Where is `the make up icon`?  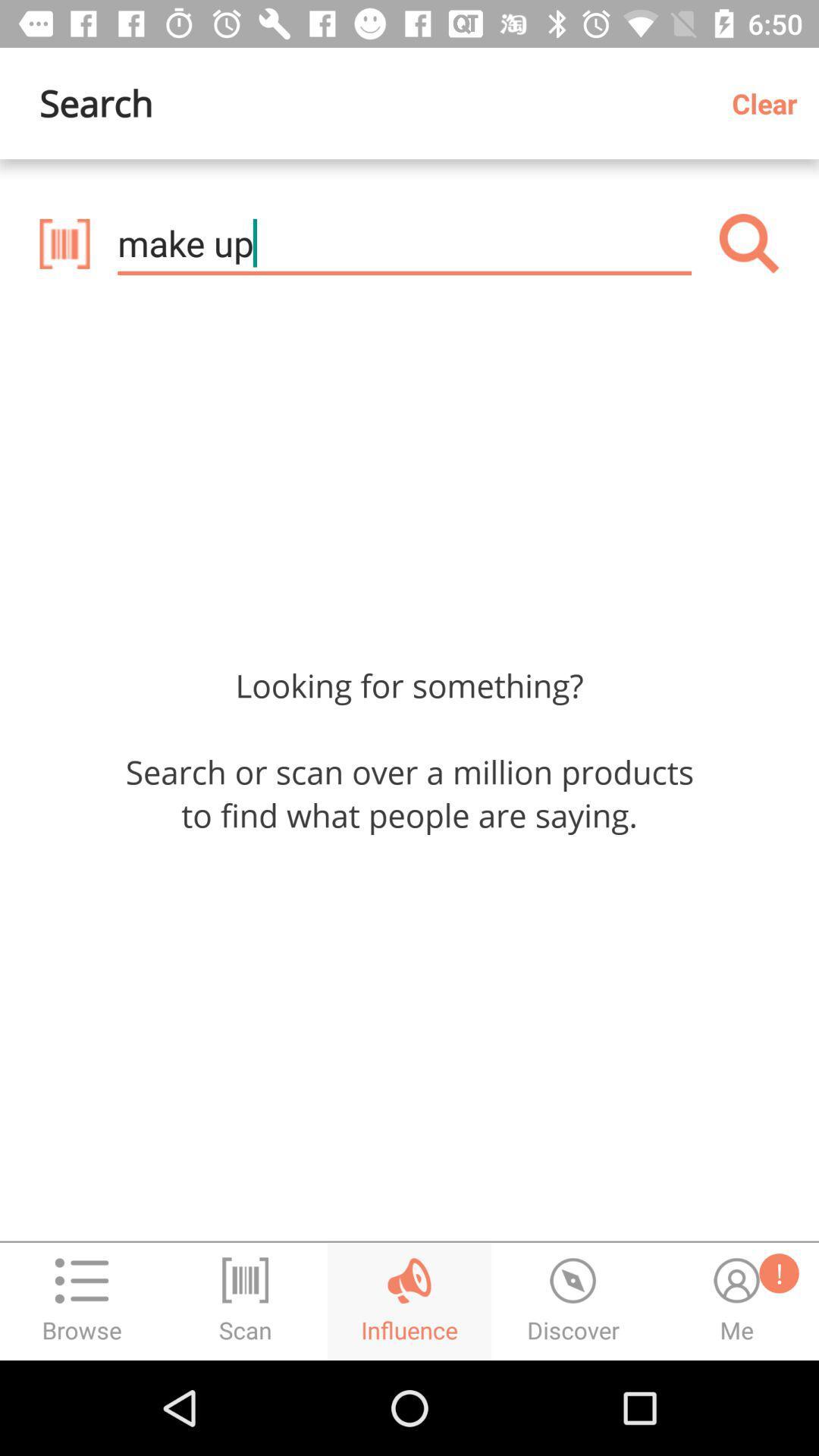
the make up icon is located at coordinates (403, 243).